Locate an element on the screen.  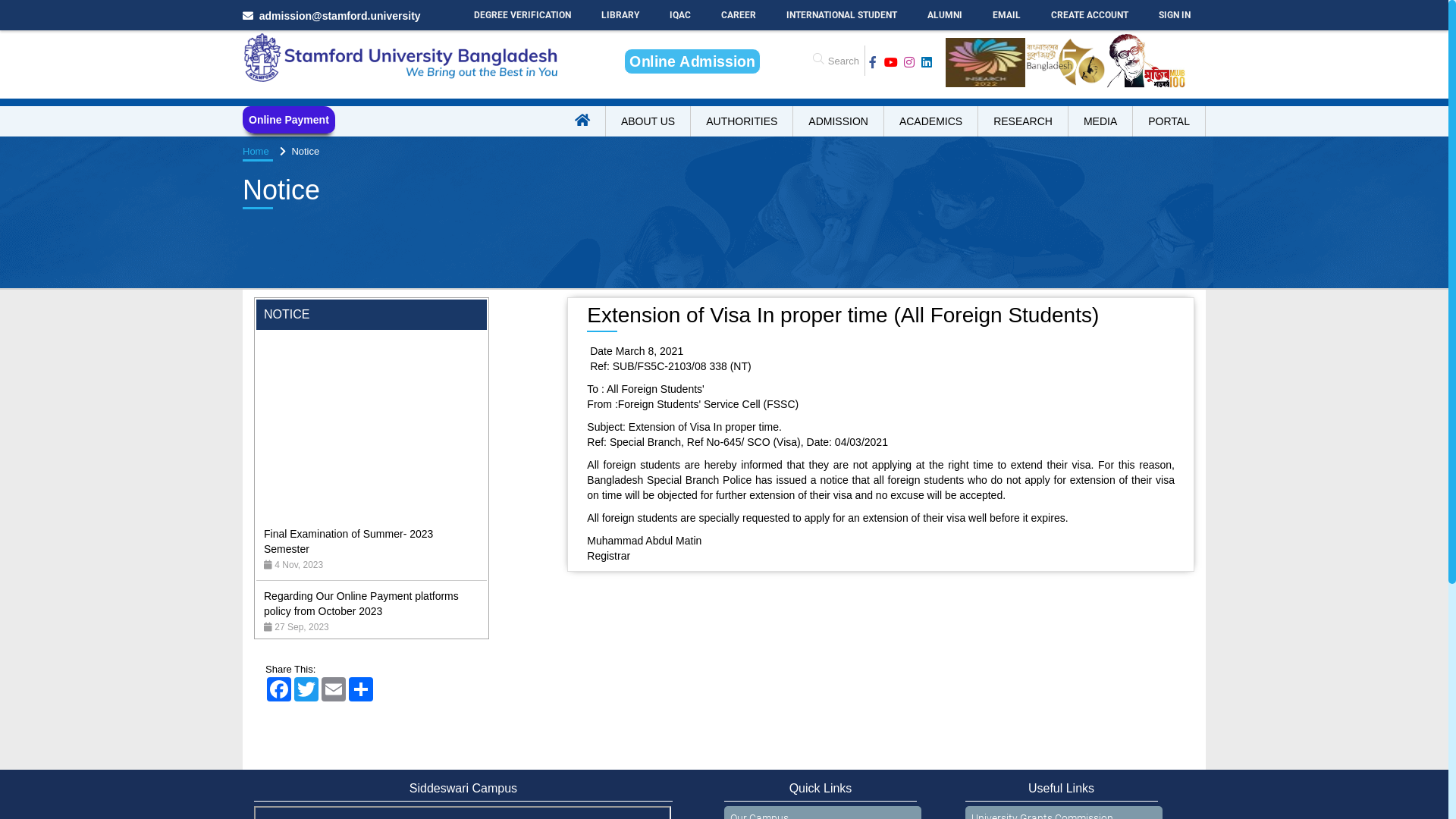
'IQAC' is located at coordinates (679, 14).